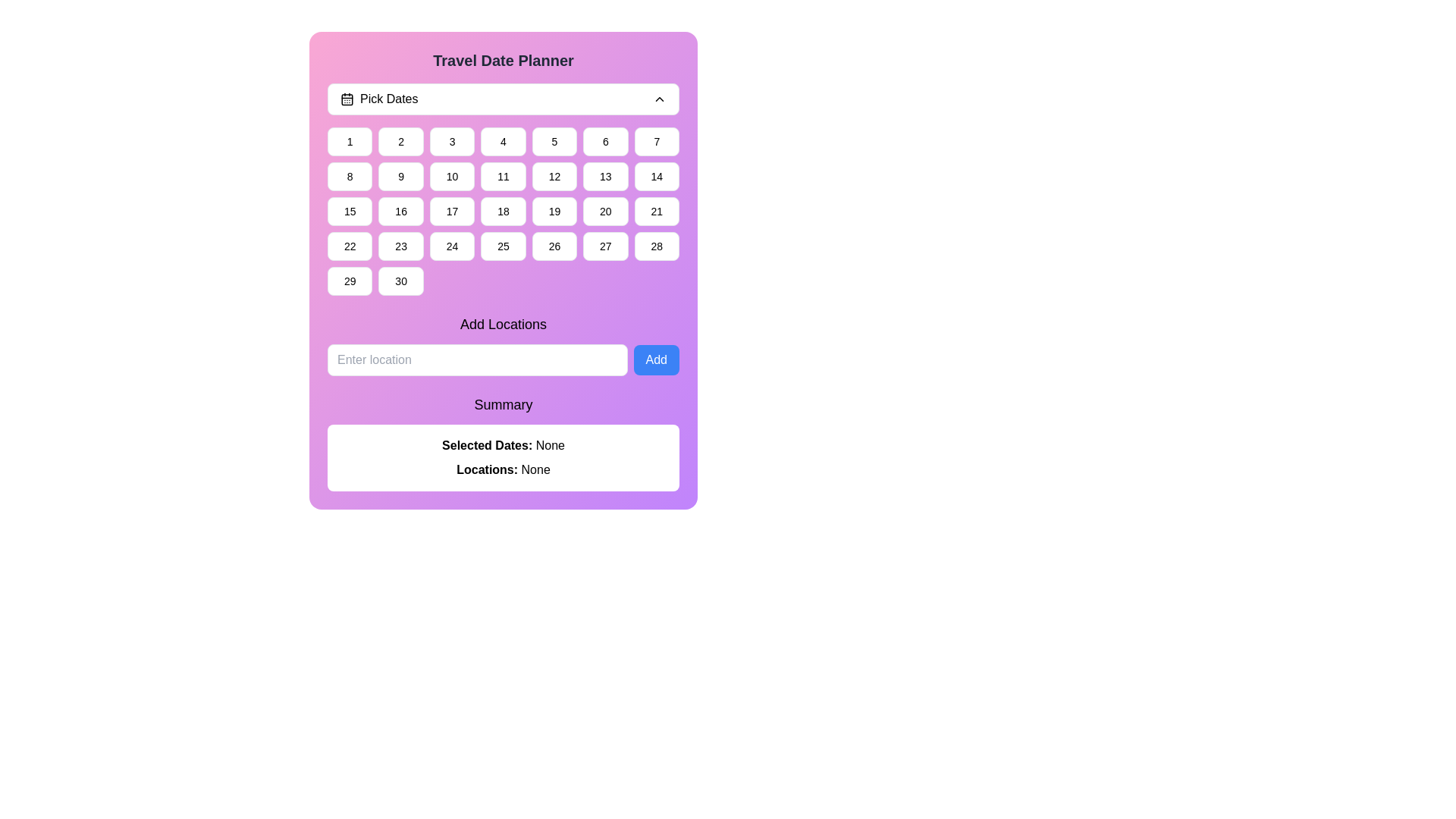 The height and width of the screenshot is (819, 1456). Describe the element at coordinates (503, 141) in the screenshot. I see `the button displaying the number '4'` at that location.